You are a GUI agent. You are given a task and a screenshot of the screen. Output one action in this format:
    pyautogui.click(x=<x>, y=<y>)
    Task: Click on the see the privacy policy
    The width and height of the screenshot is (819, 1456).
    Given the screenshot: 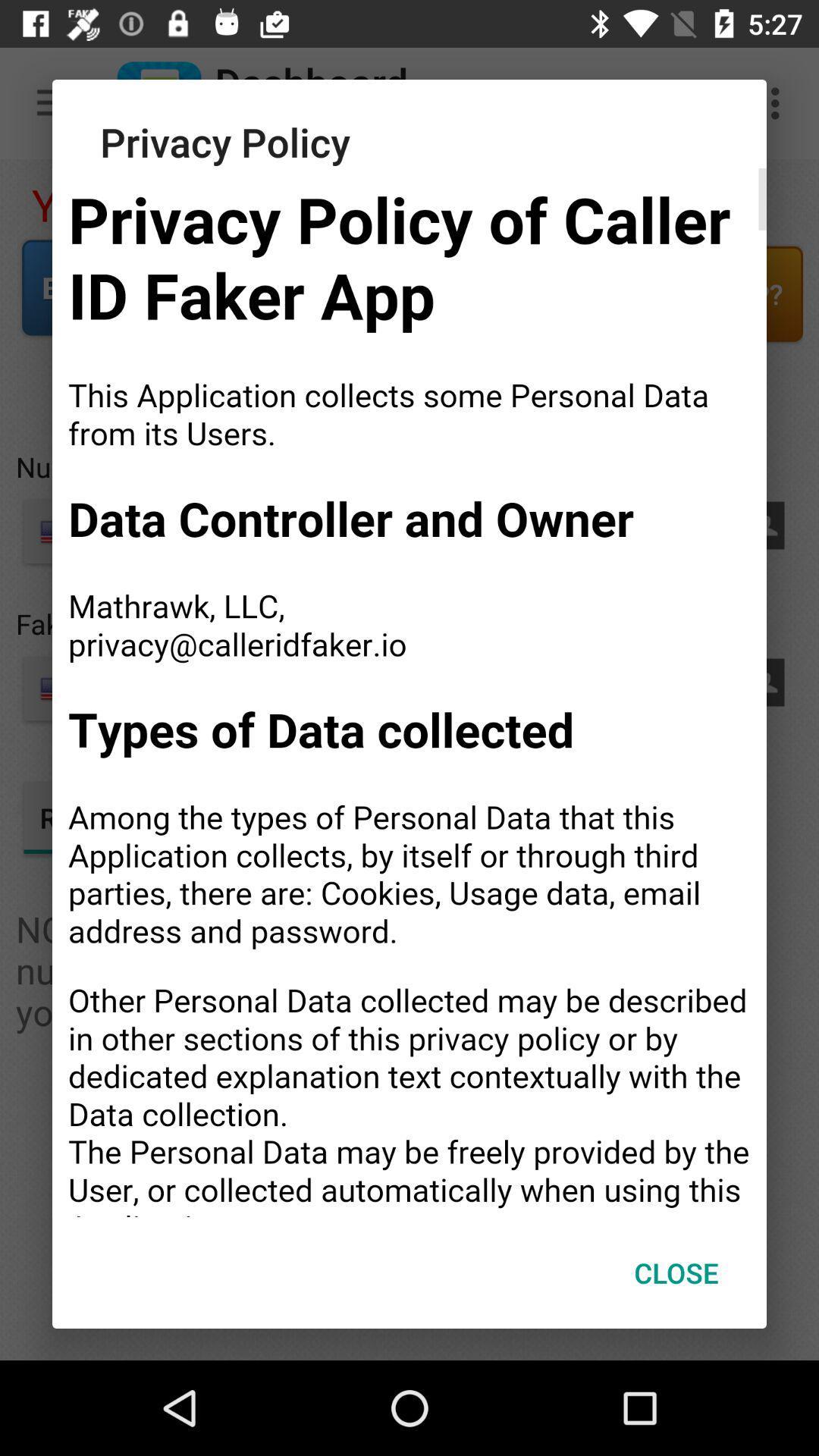 What is the action you would take?
    pyautogui.click(x=409, y=692)
    